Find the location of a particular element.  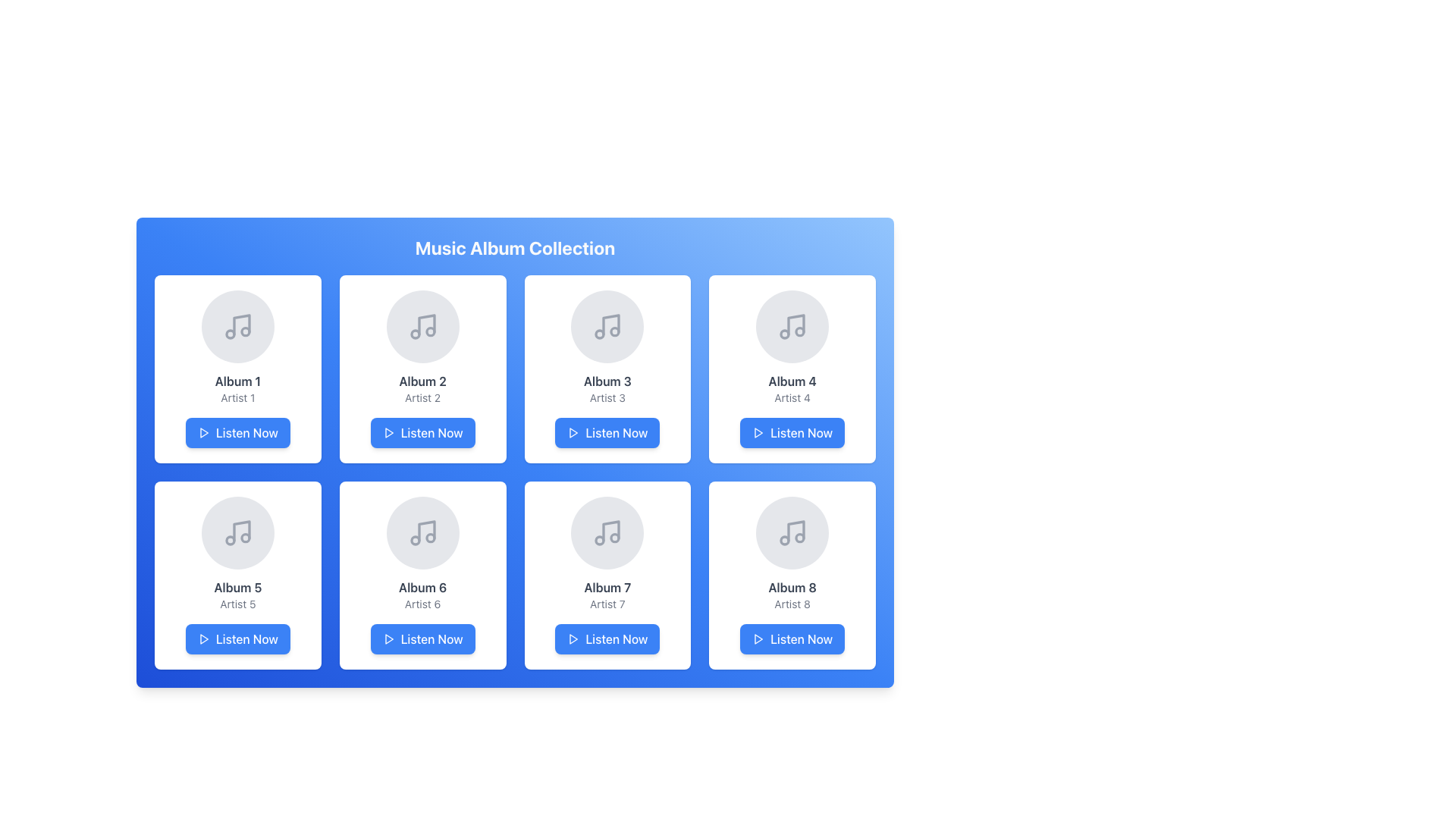

the text label displaying the title 'Album 7' located at the top of the seventh card in the grid layout is located at coordinates (607, 587).